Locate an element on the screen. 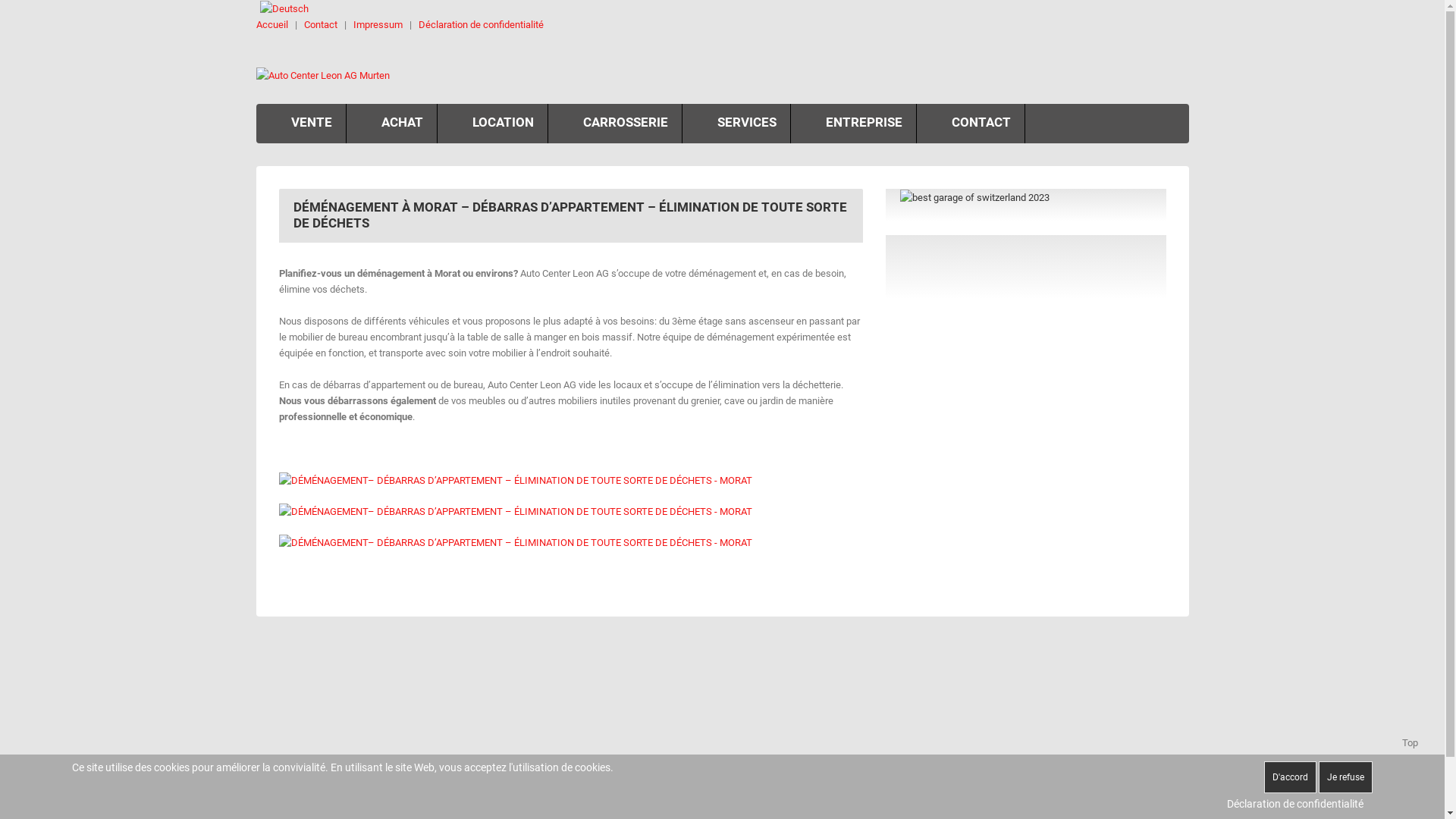 This screenshot has height=819, width=1456. 'Impressum' is located at coordinates (378, 24).